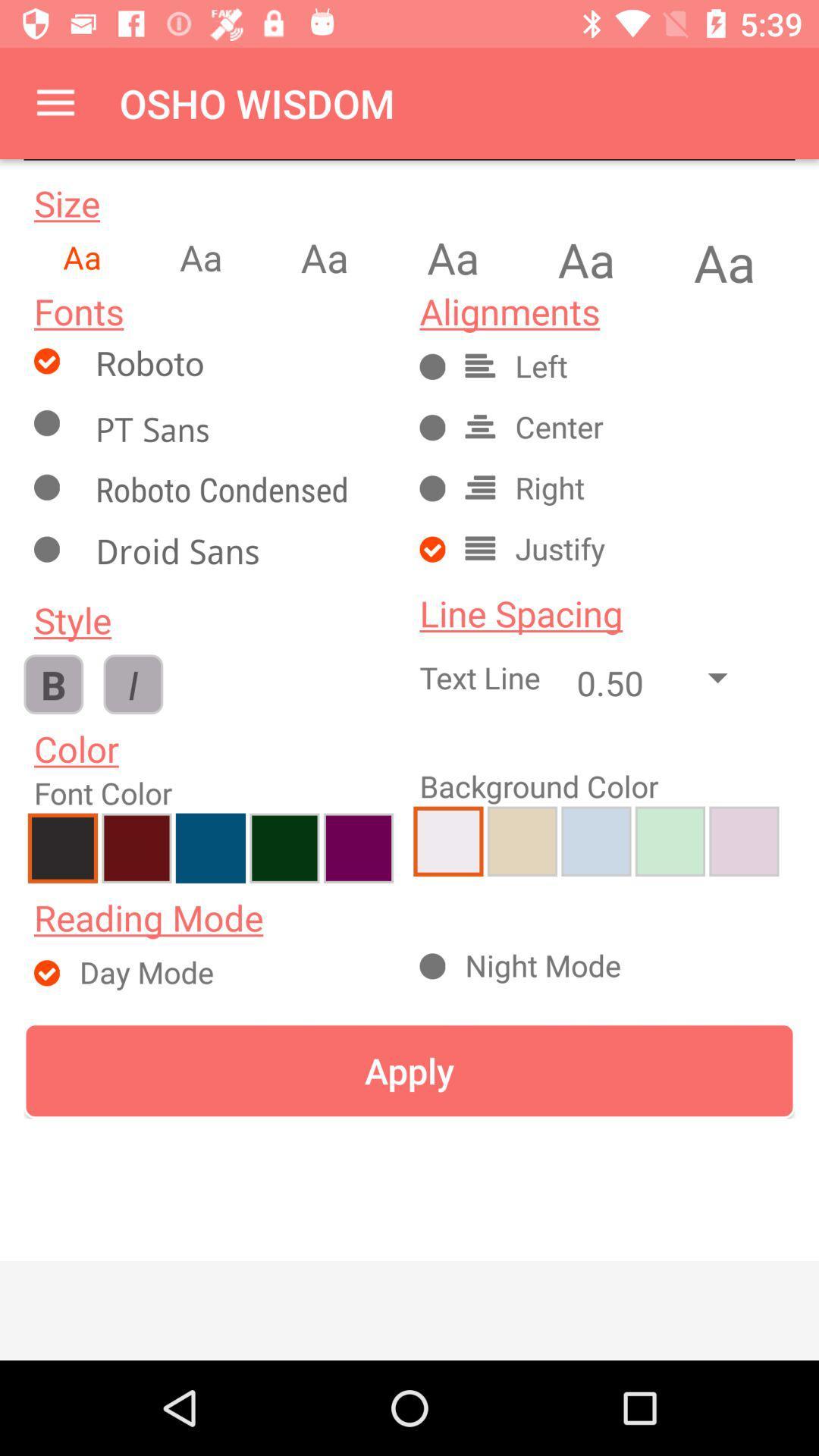 The width and height of the screenshot is (819, 1456). What do you see at coordinates (521, 840) in the screenshot?
I see `change background color` at bounding box center [521, 840].